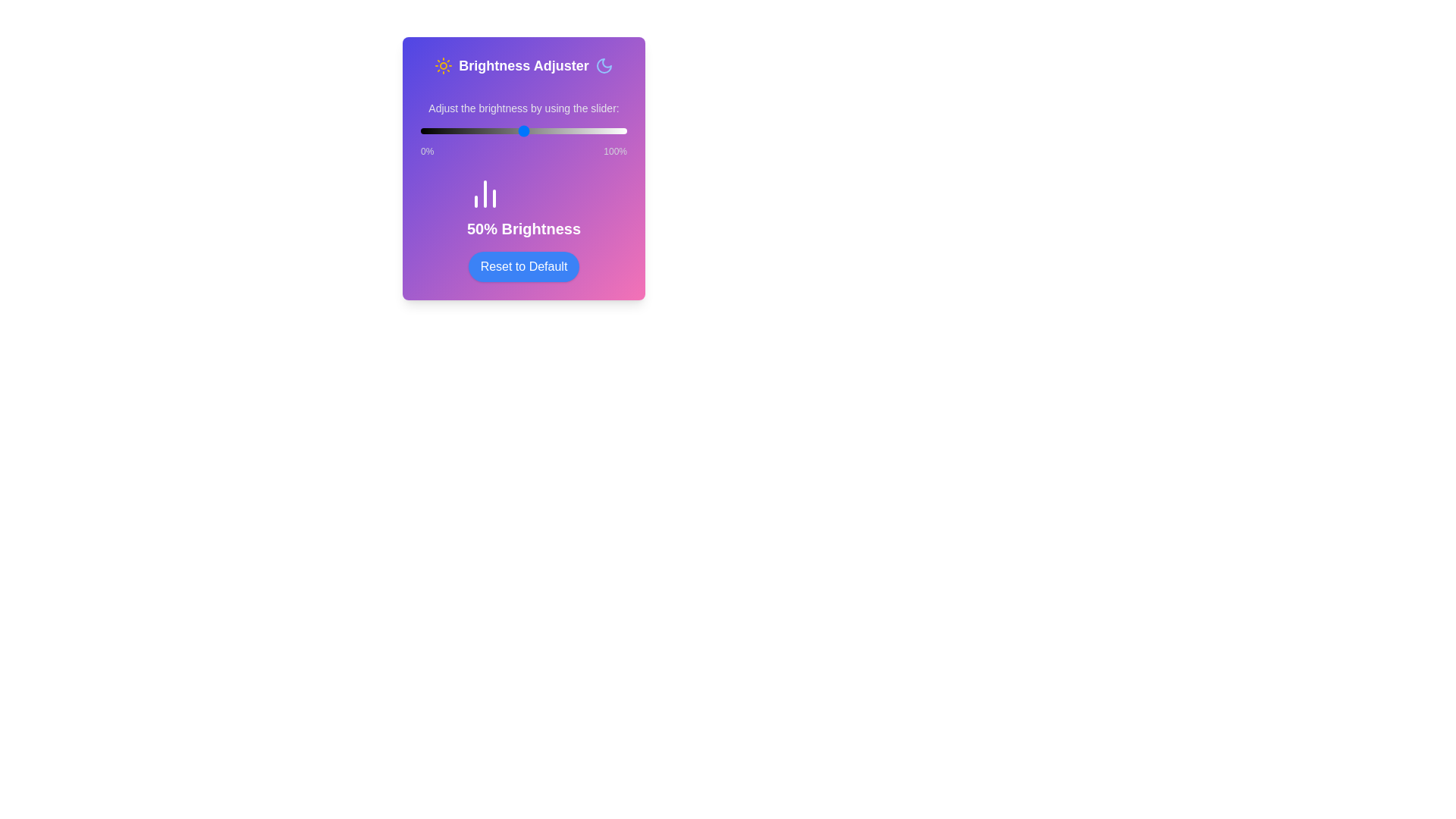 This screenshot has height=819, width=1456. I want to click on the brightness to 21% by moving the slider, so click(463, 130).